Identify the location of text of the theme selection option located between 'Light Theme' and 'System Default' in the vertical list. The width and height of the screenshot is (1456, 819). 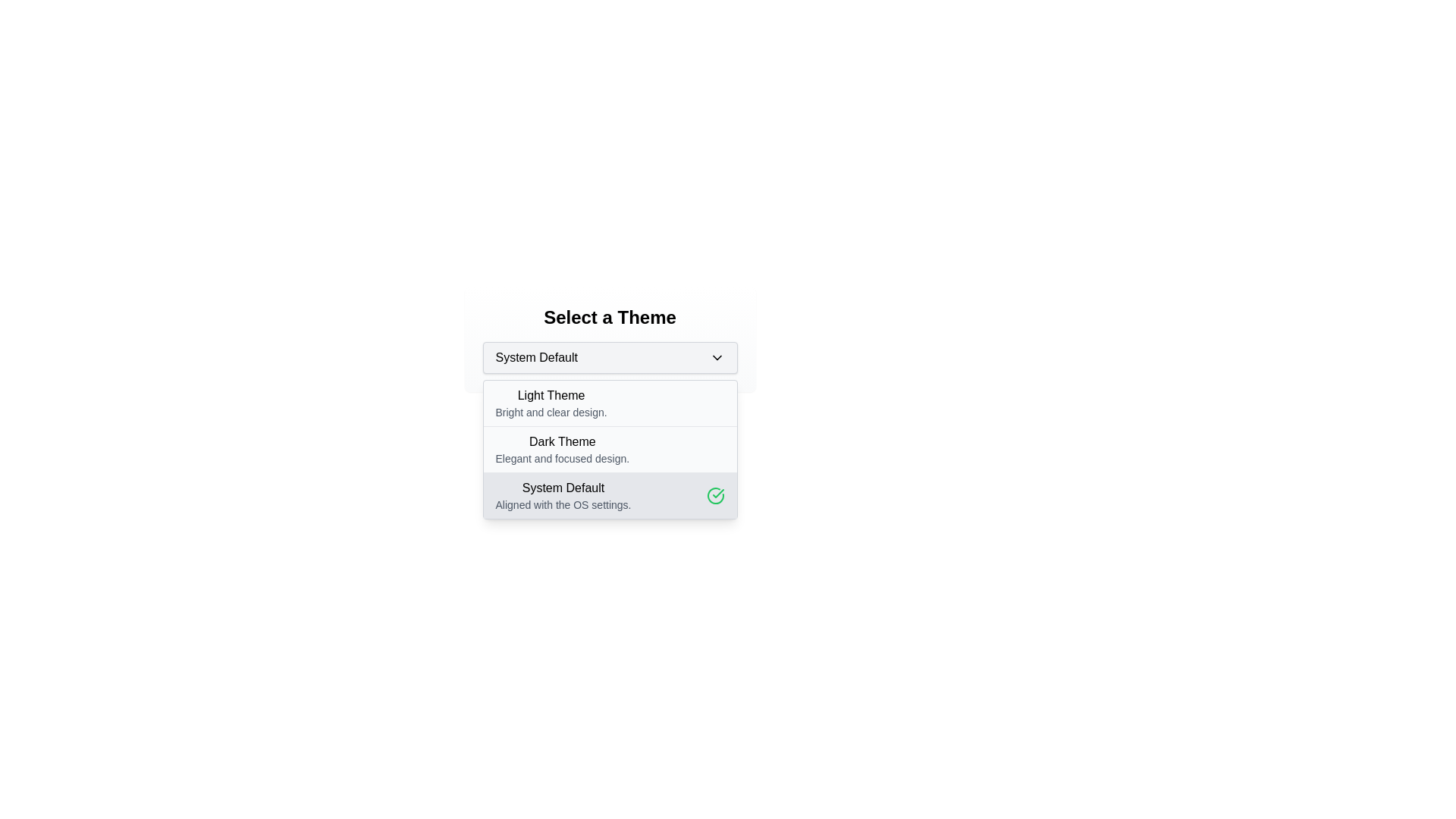
(610, 448).